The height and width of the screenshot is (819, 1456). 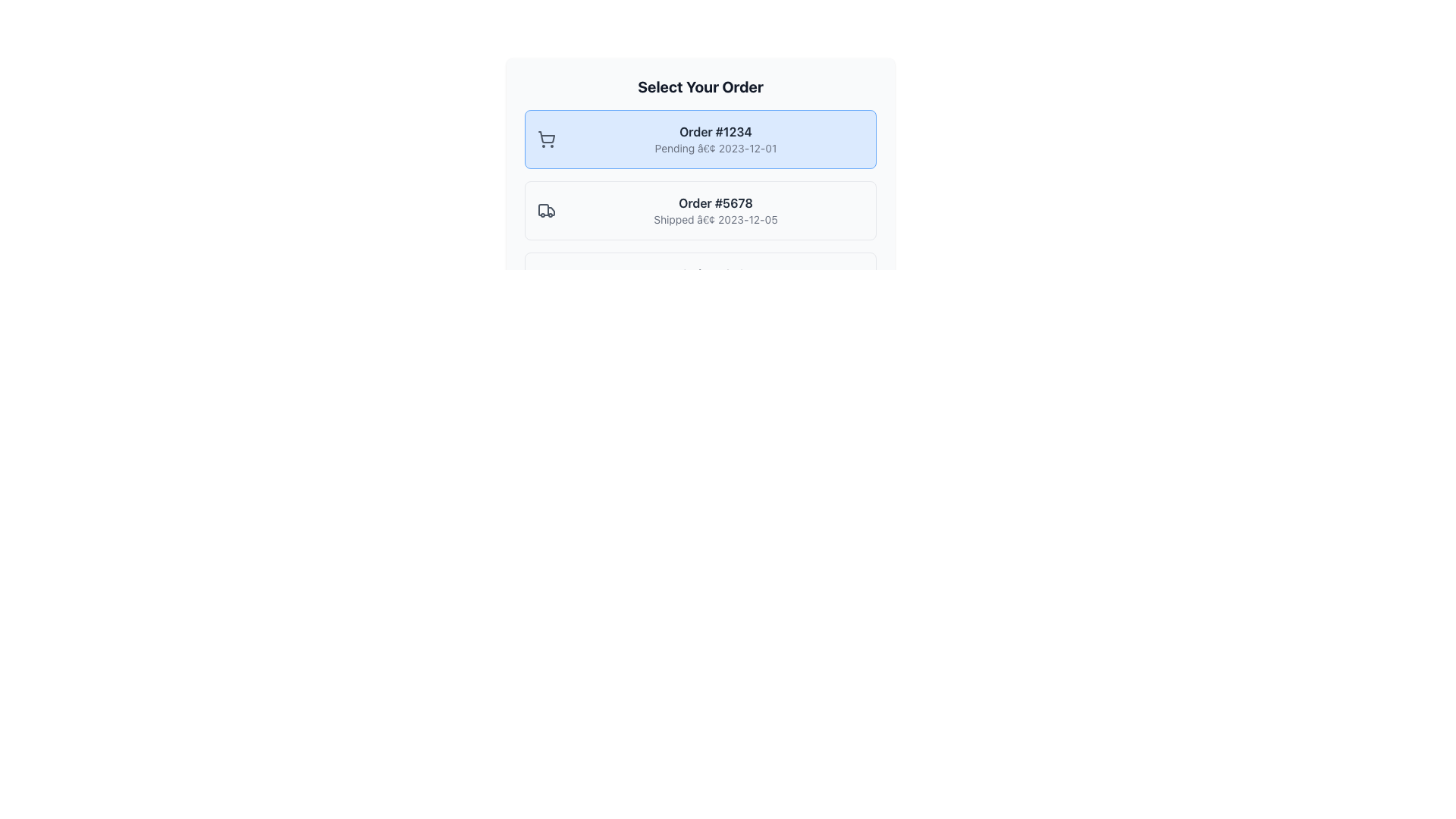 I want to click on the vector graphic element representing part of the shopping cart icon located adjacent to the text 'Order #1234', so click(x=546, y=137).